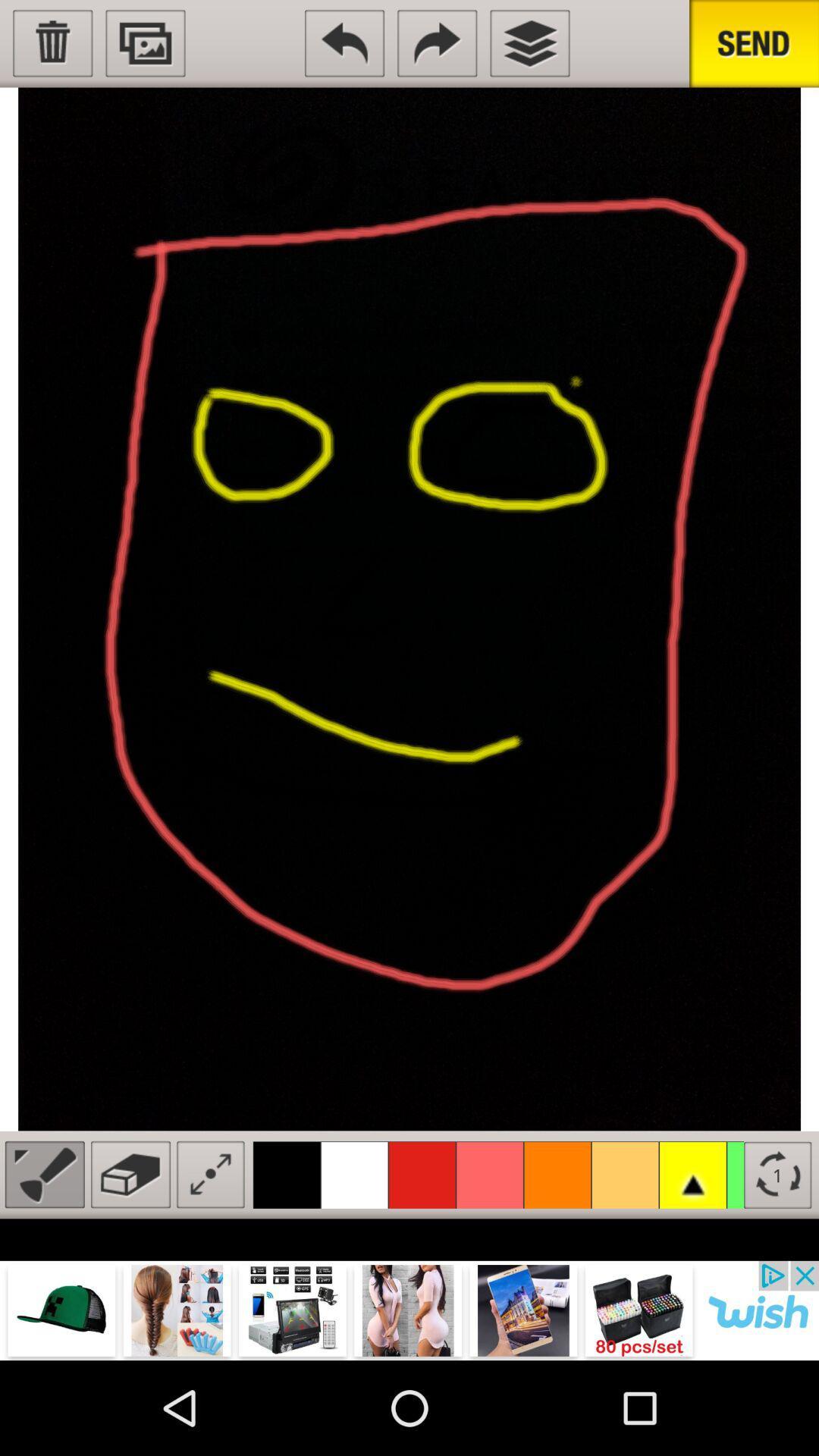  Describe the element at coordinates (146, 43) in the screenshot. I see `send image` at that location.